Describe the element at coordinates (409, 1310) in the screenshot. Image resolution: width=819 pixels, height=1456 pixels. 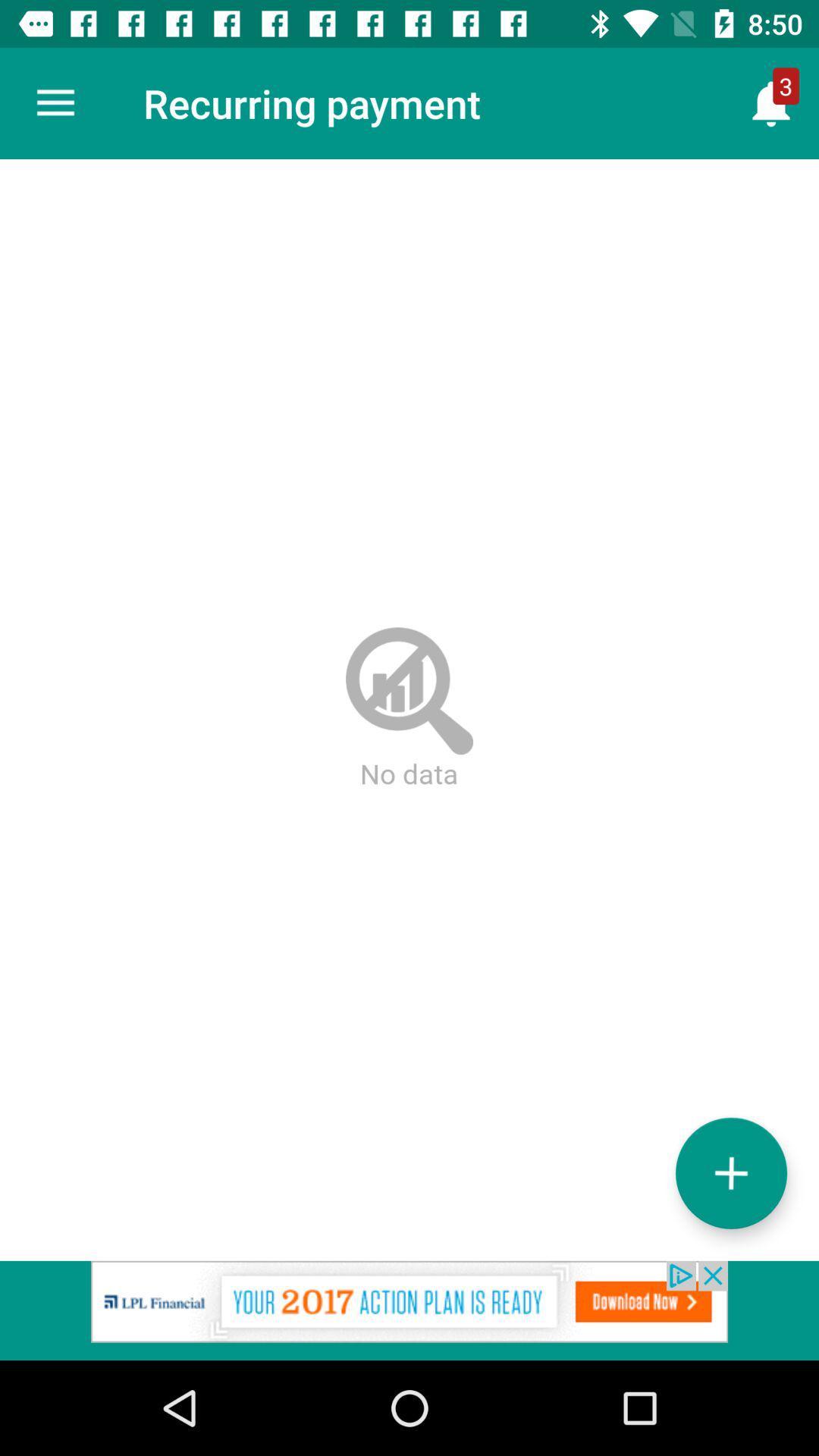
I see `open lpl financial app` at that location.